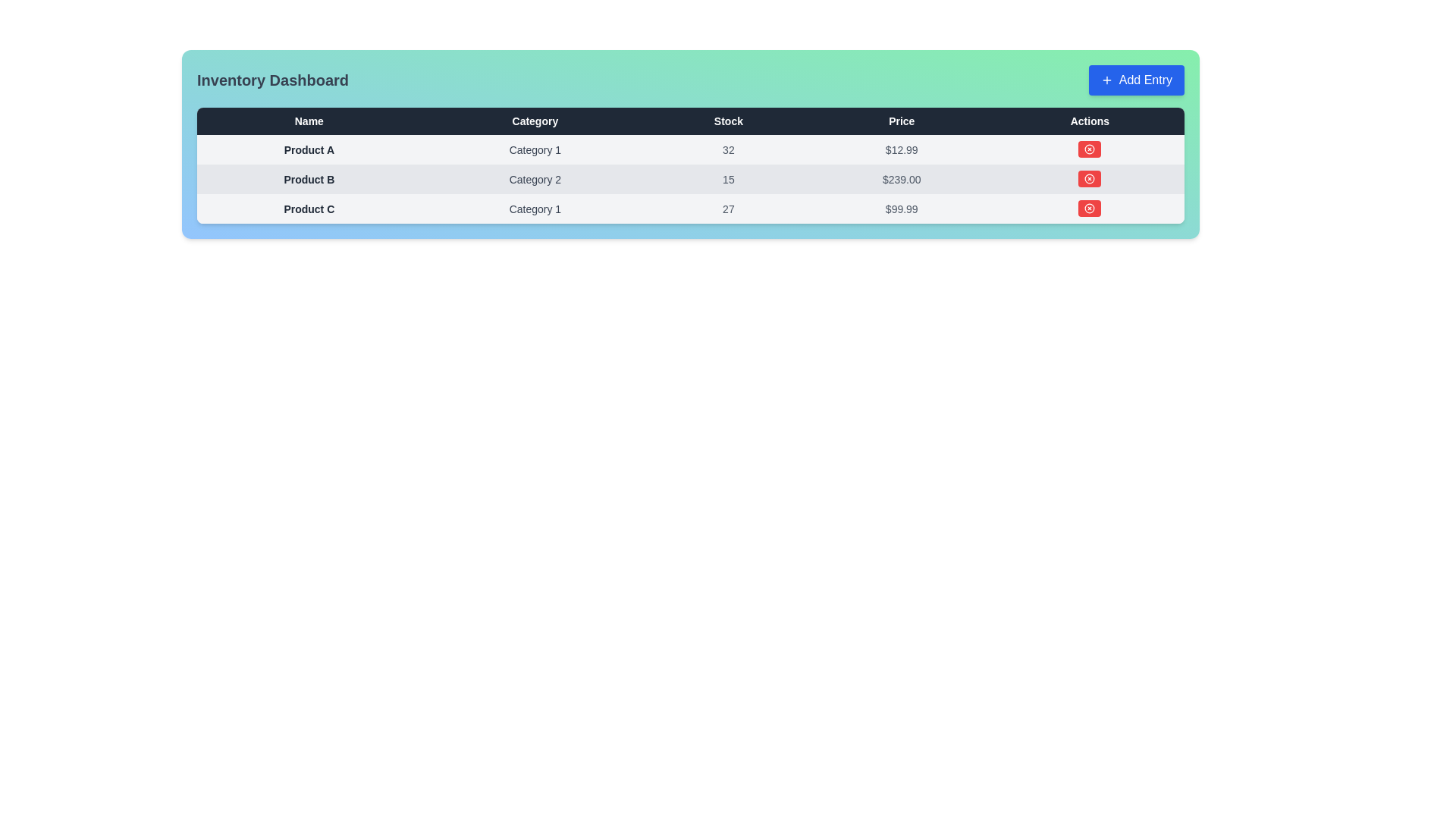 The image size is (1456, 819). Describe the element at coordinates (1089, 178) in the screenshot. I see `the delete button with a red 'X' icon in the 'Actions' column for 'Product B' priced at '$239.00'` at that location.